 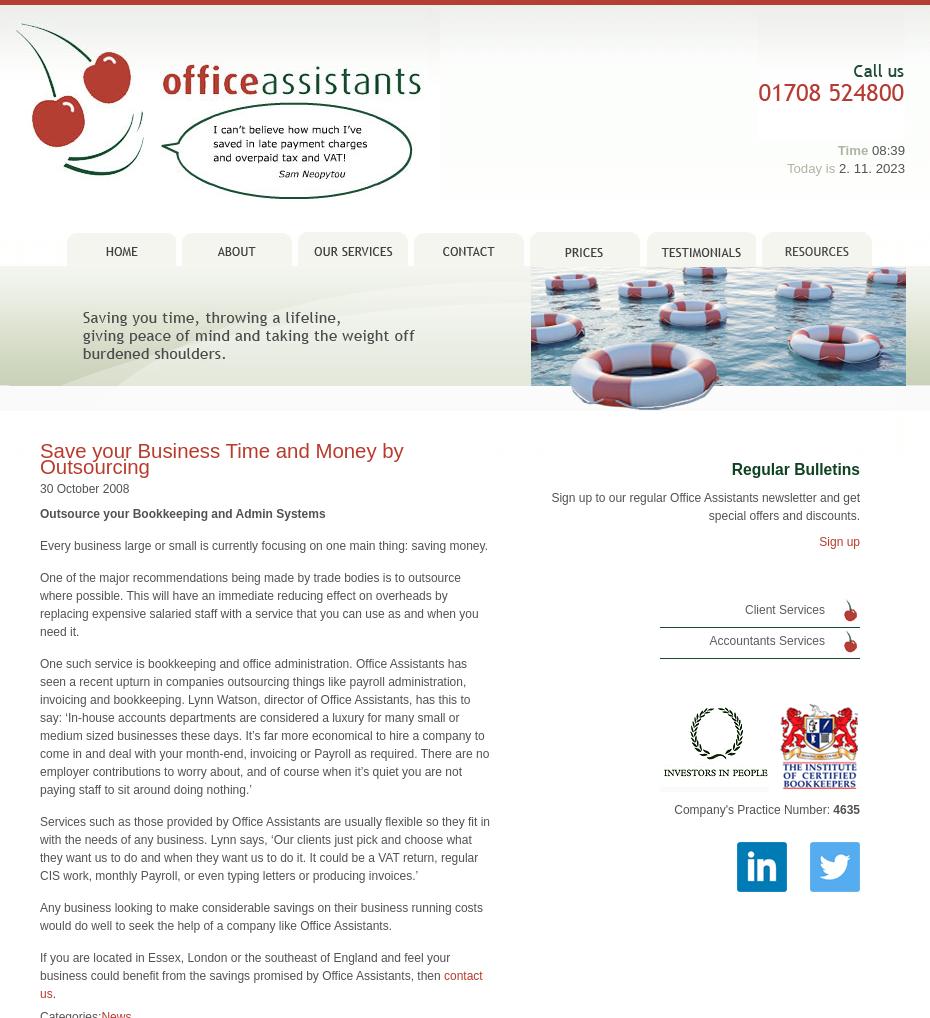 What do you see at coordinates (181, 483) in the screenshot?
I see `'Outsource your Bookkeeping and Admin Systems'` at bounding box center [181, 483].